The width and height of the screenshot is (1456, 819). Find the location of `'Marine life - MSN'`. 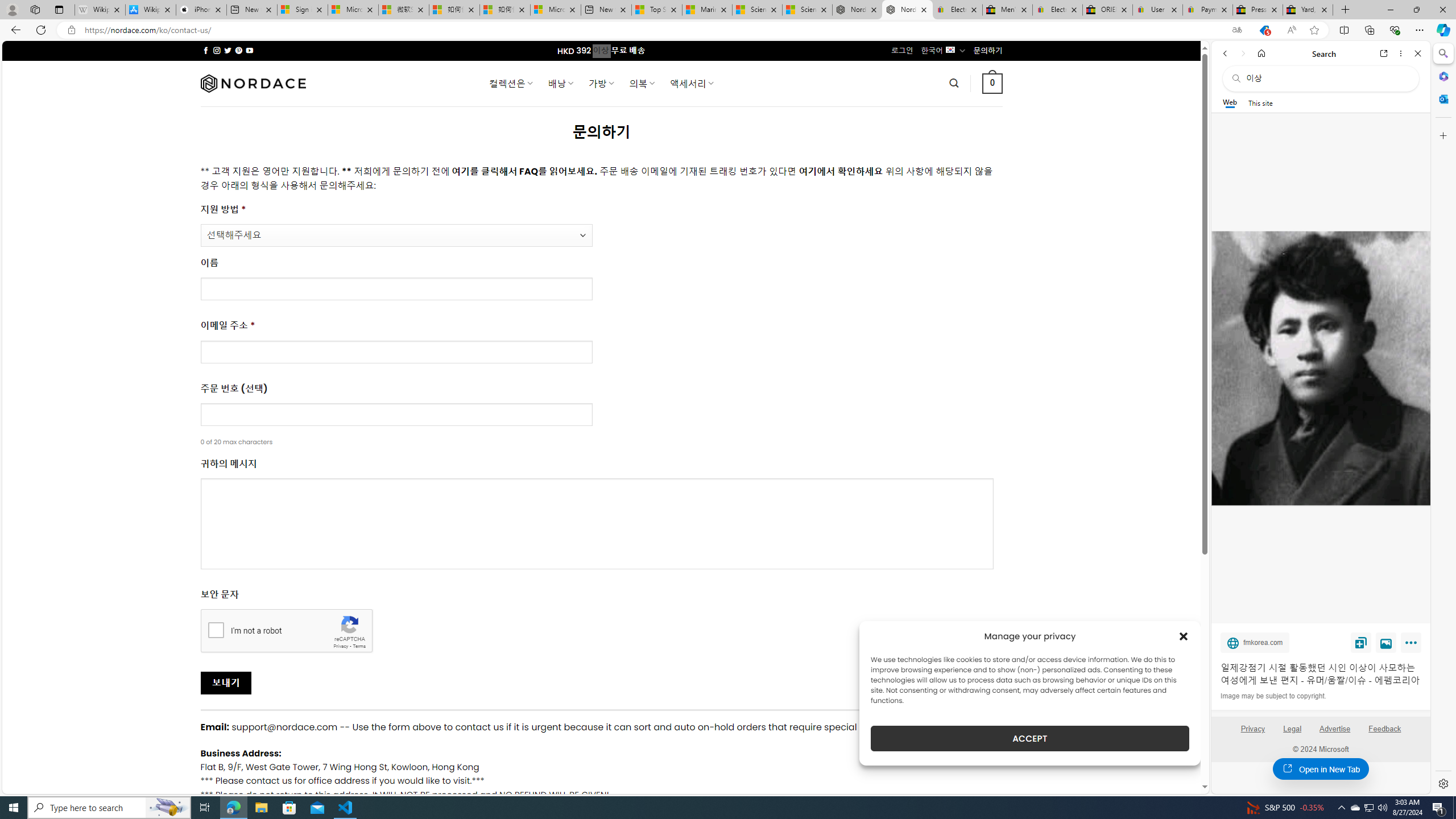

'Marine life - MSN' is located at coordinates (706, 9).